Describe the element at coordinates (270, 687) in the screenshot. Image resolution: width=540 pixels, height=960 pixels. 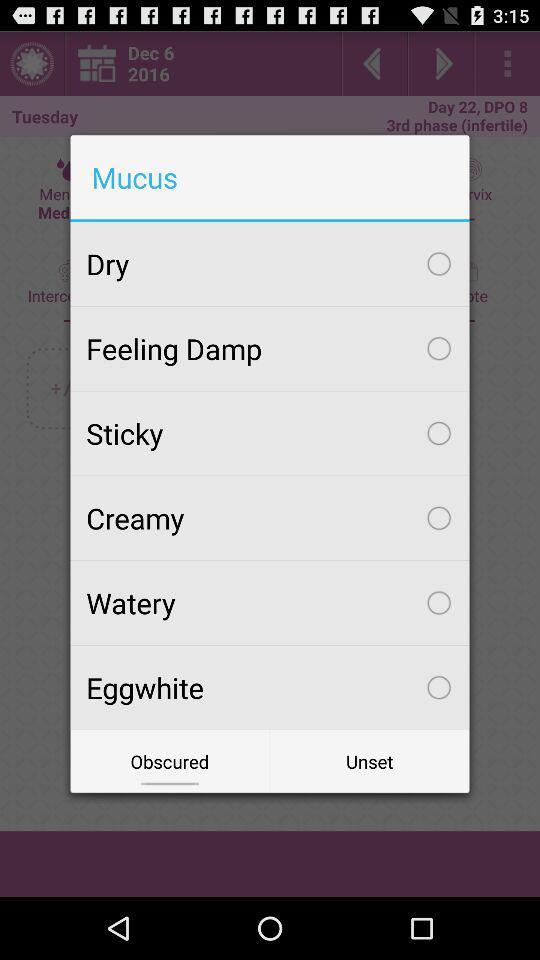
I see `the eggwhite checkbox` at that location.